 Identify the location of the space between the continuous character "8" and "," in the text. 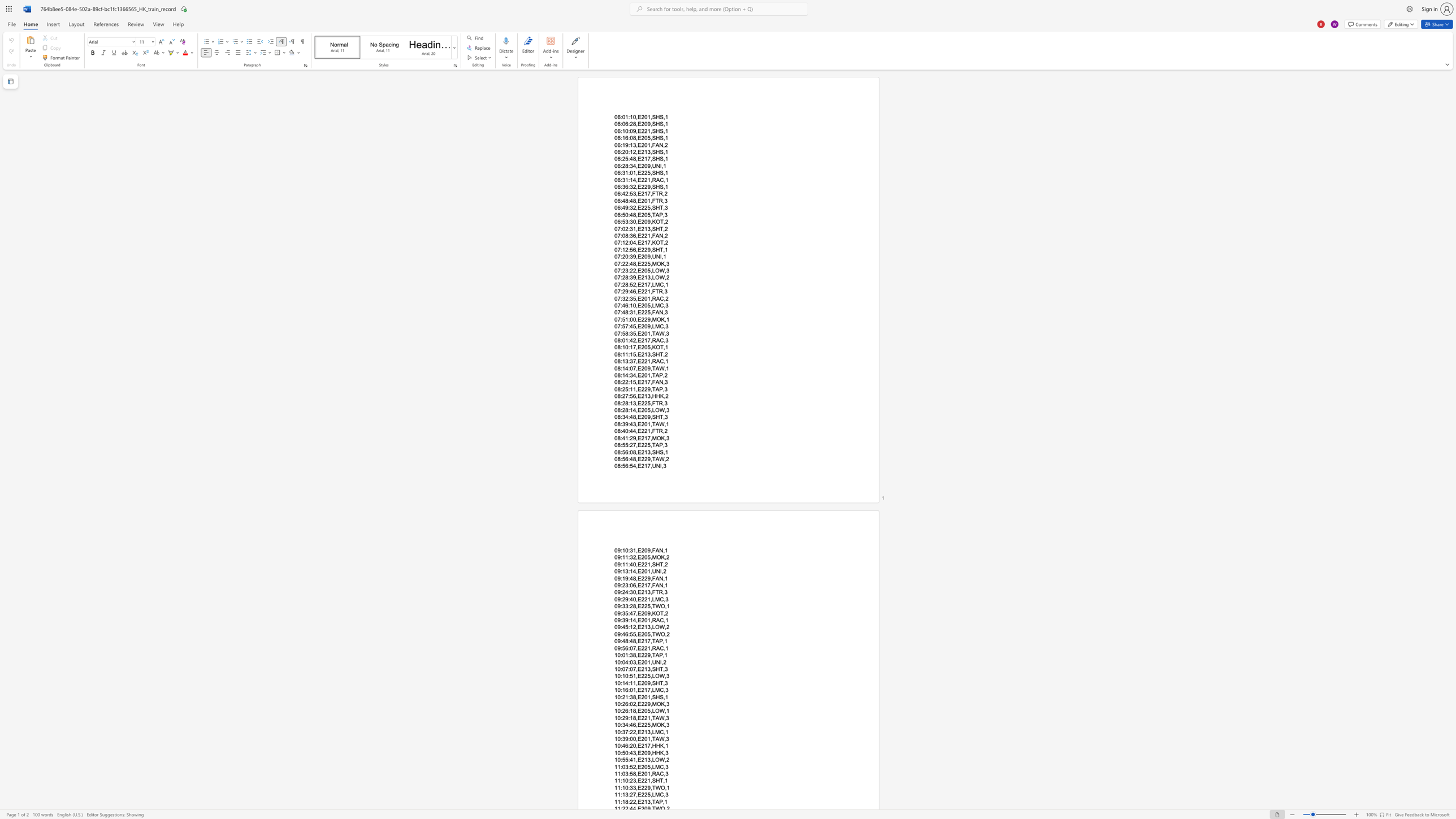
(635, 124).